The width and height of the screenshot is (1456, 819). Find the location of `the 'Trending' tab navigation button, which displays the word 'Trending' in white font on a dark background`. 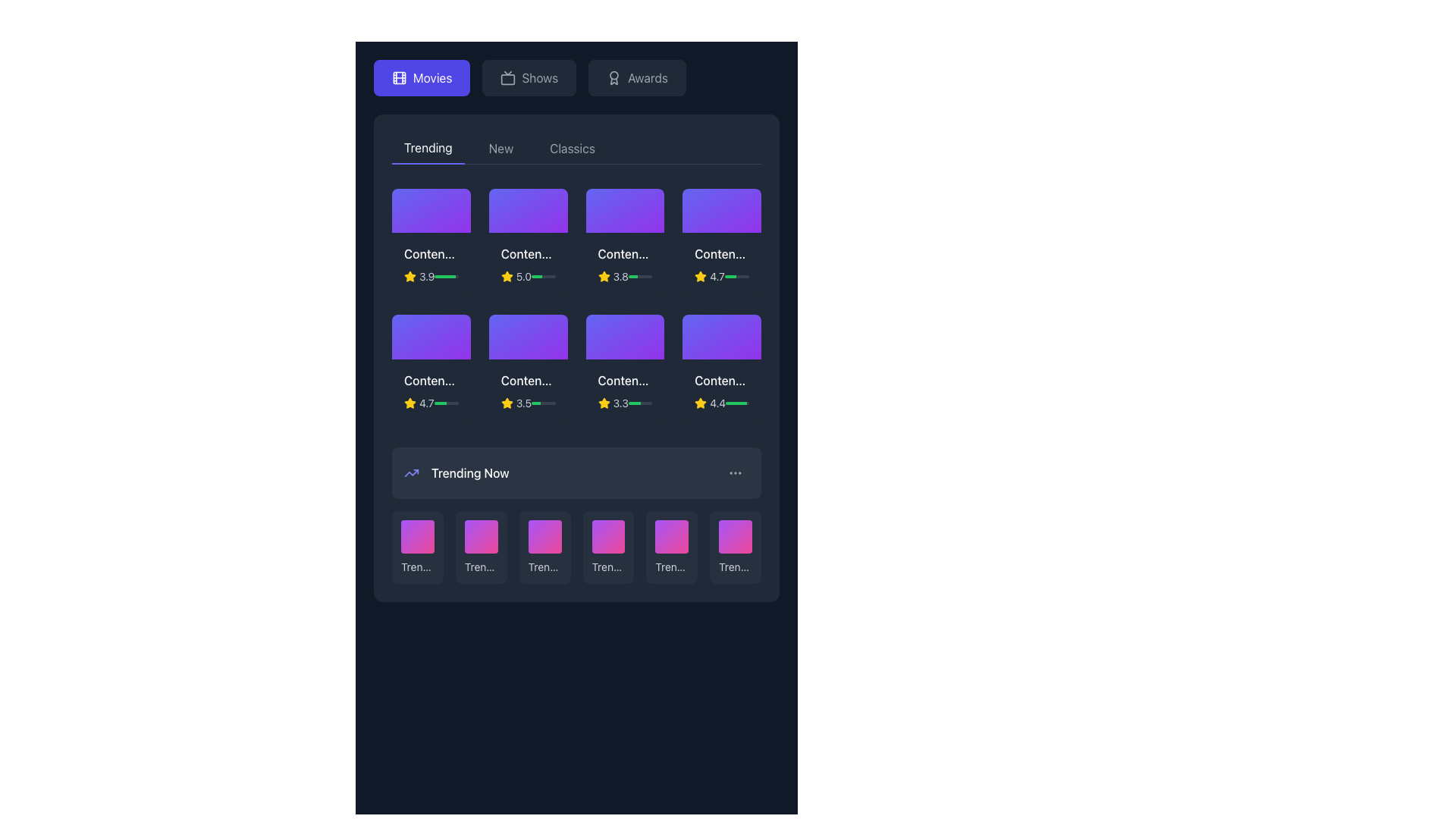

the 'Trending' tab navigation button, which displays the word 'Trending' in white font on a dark background is located at coordinates (427, 149).